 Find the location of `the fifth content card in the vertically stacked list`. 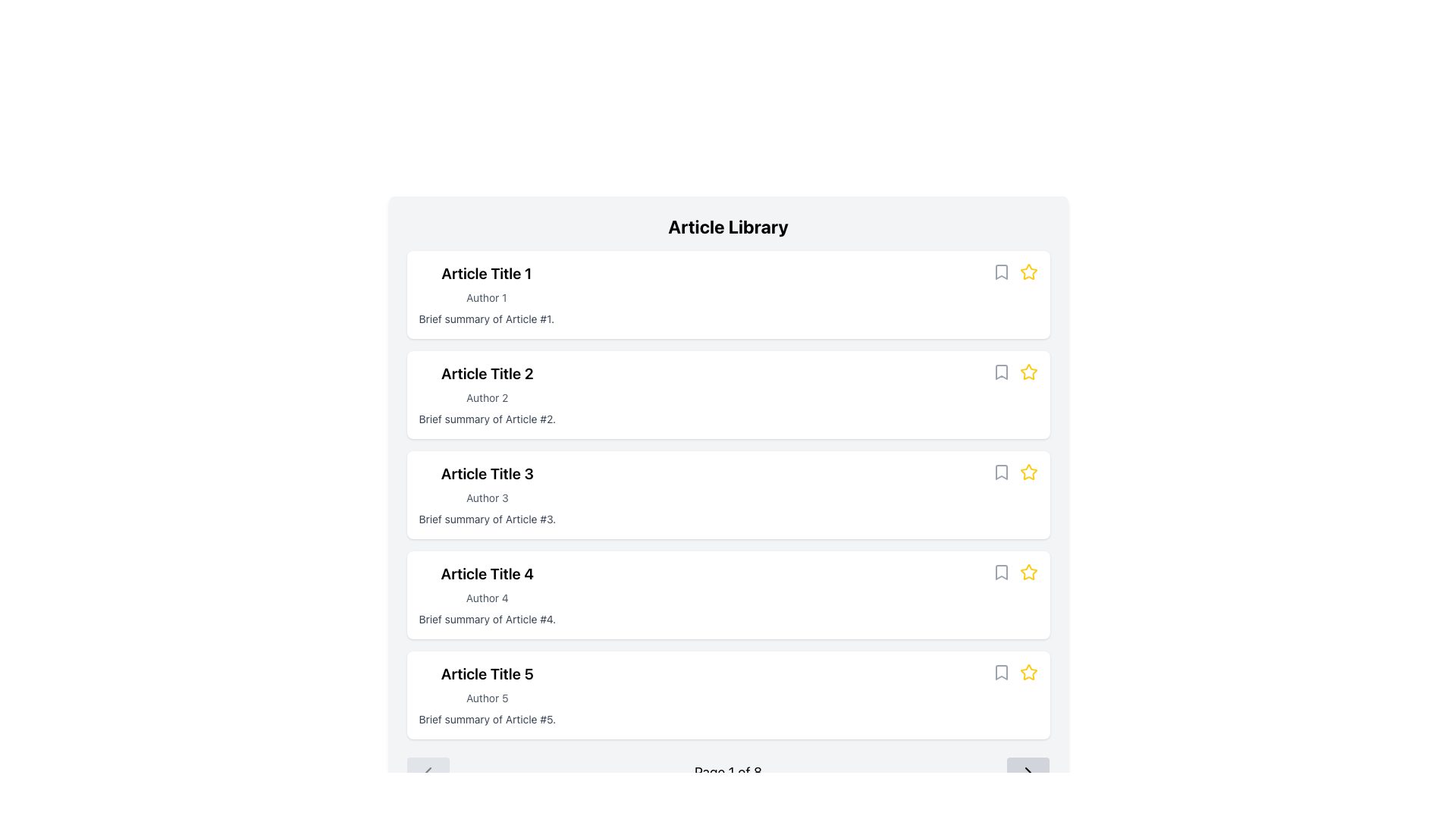

the fifth content card in the vertically stacked list is located at coordinates (728, 695).